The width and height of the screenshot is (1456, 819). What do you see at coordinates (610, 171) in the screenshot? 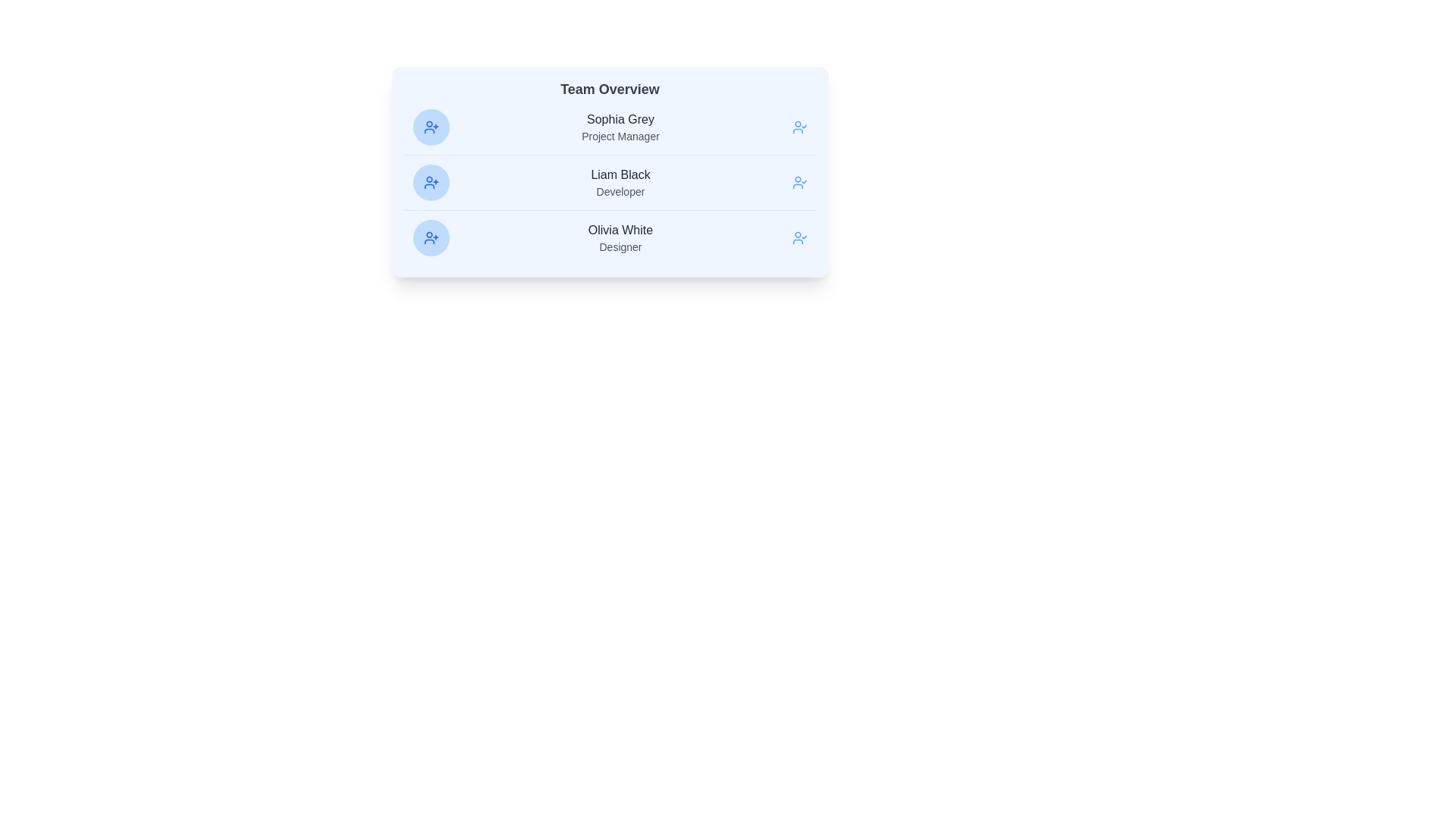
I see `the name in the Team member information card section` at bounding box center [610, 171].